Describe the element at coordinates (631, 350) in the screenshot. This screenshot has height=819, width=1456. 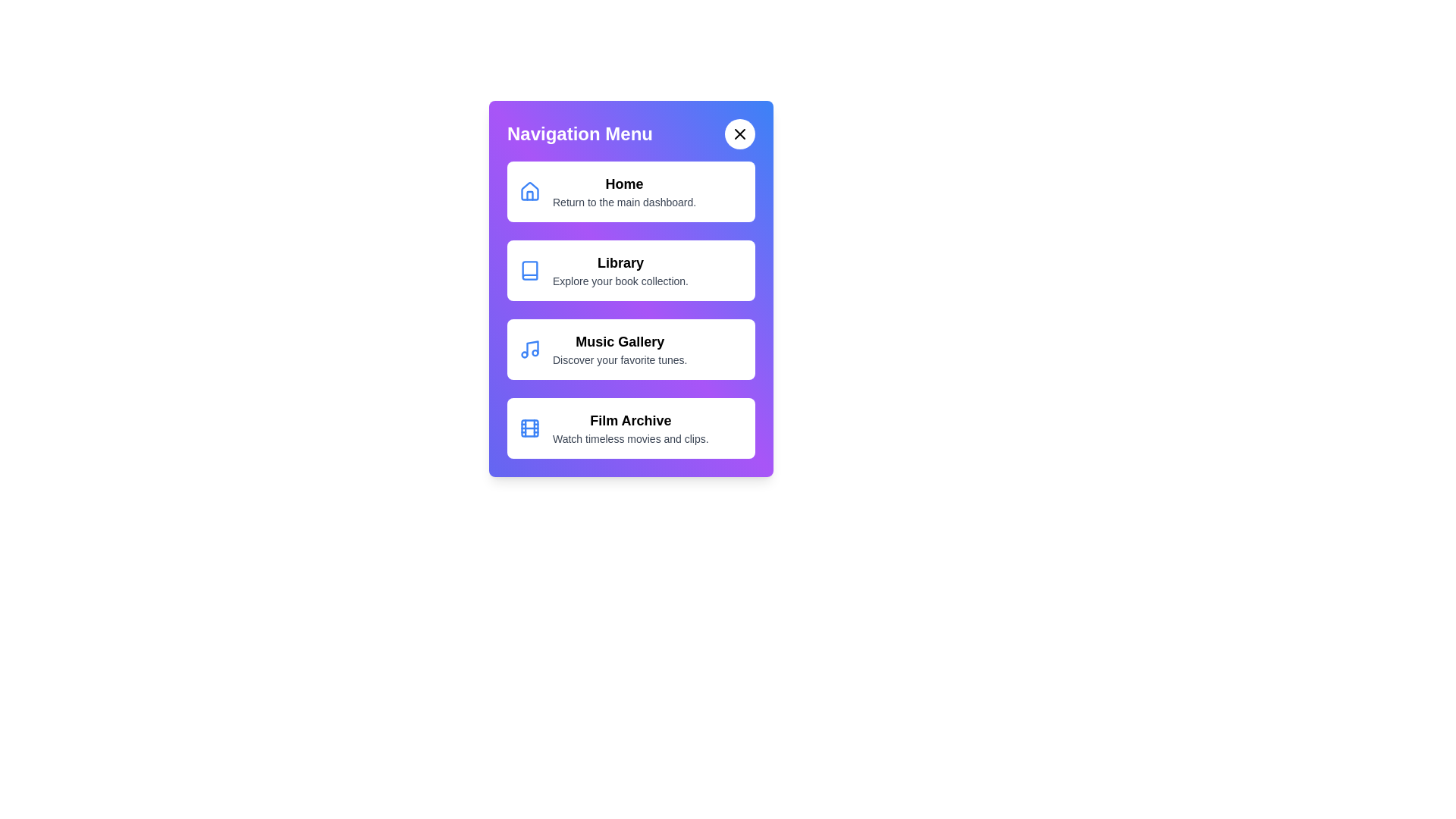
I see `the navigation menu item Music Gallery` at that location.